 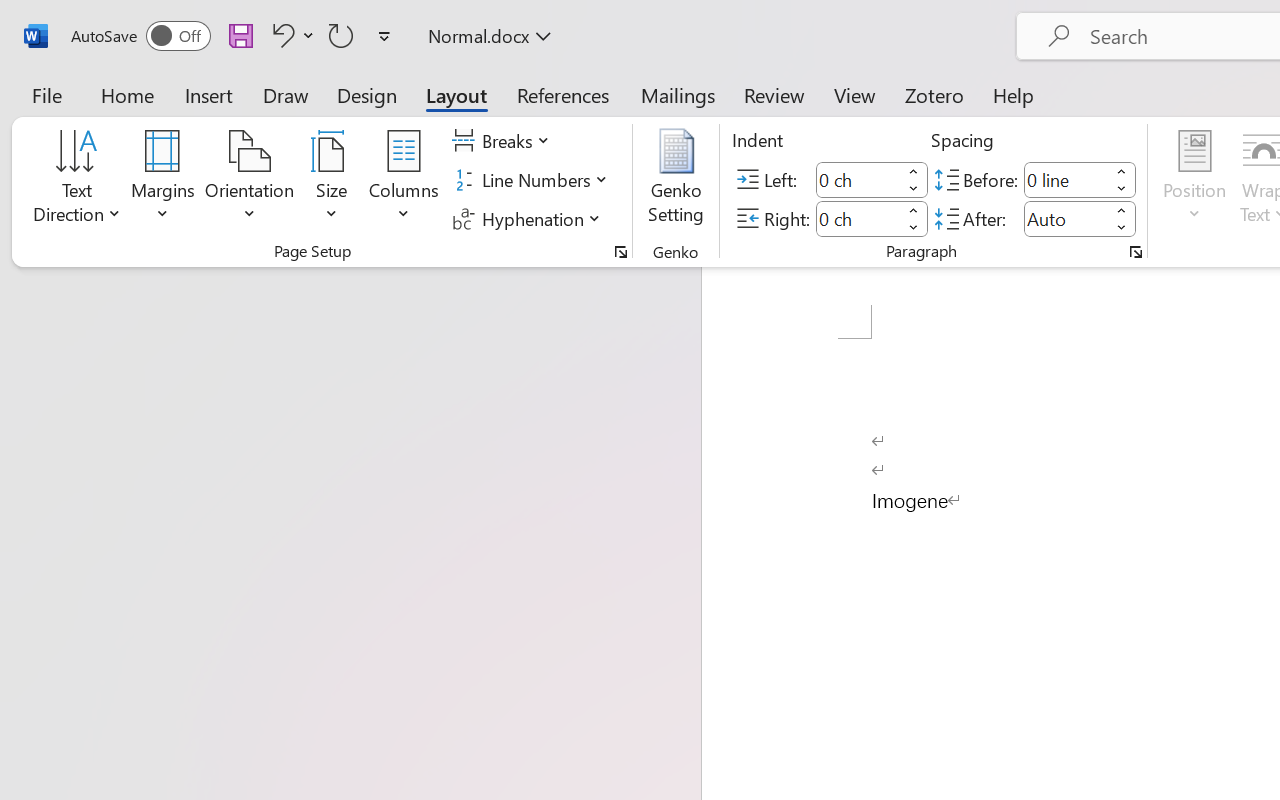 I want to click on 'Indent Left', so click(x=858, y=178).